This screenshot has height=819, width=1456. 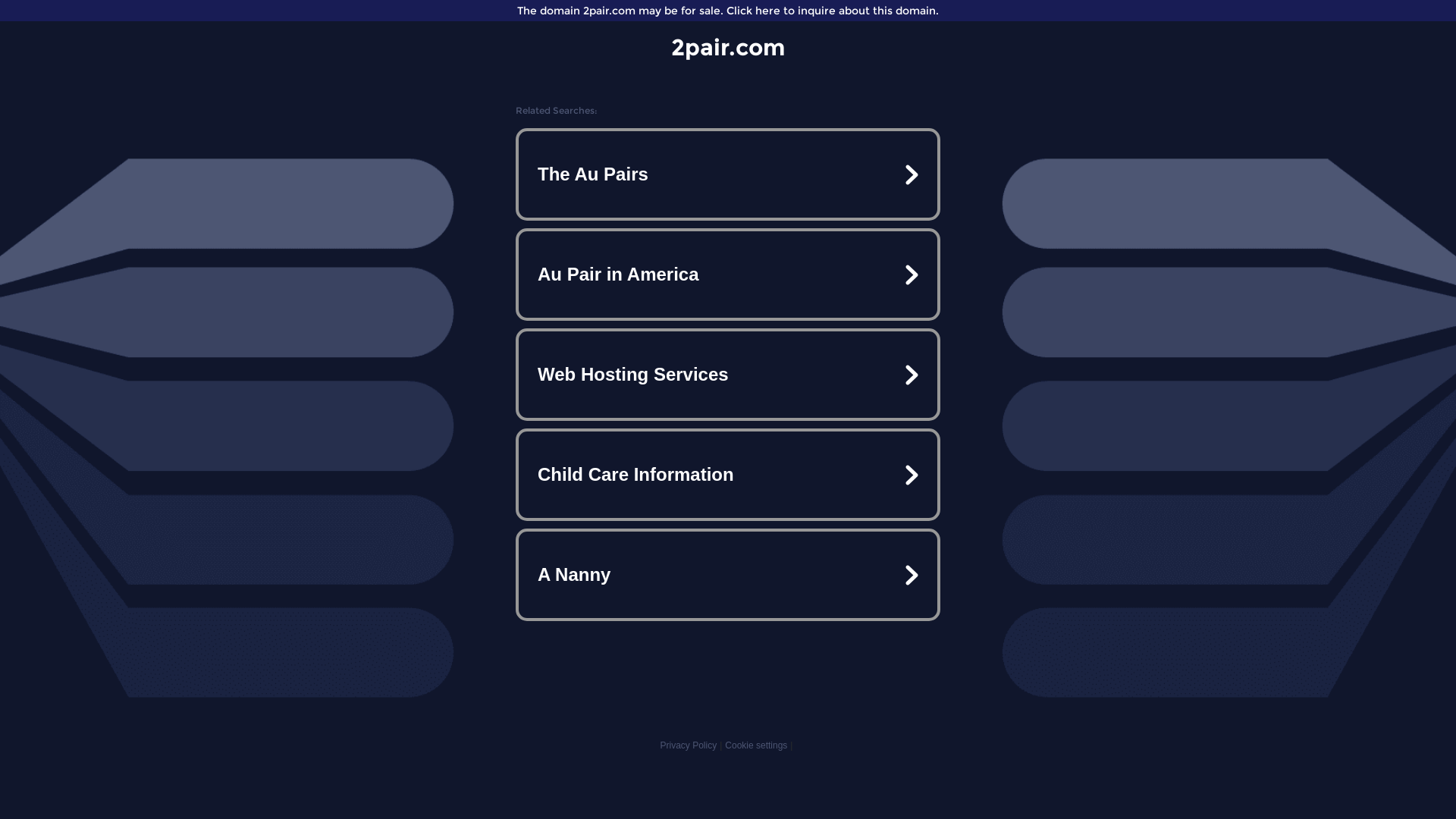 What do you see at coordinates (728, 46) in the screenshot?
I see `'2pair.com'` at bounding box center [728, 46].